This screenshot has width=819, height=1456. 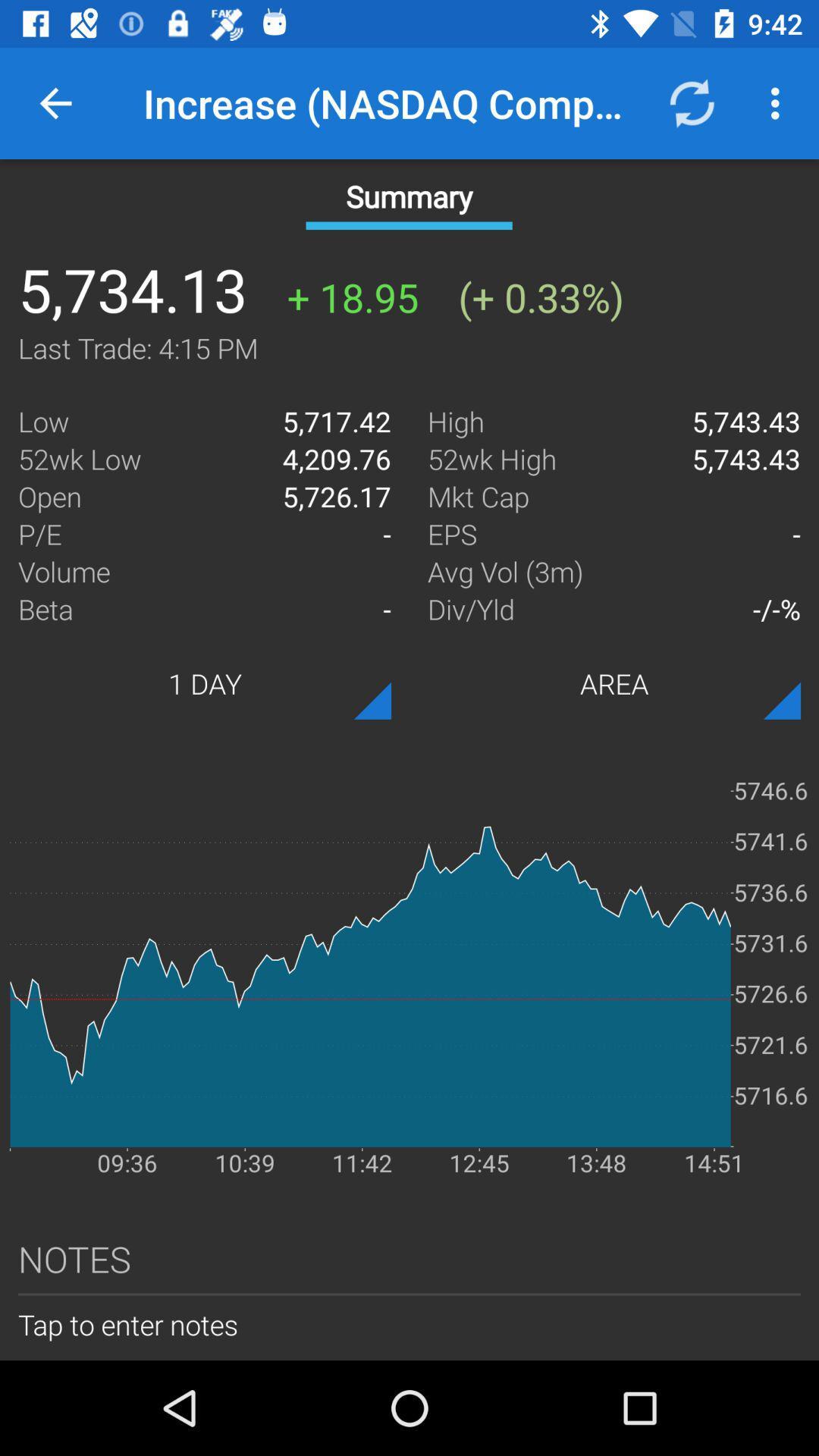 I want to click on item next to increase (nasdaq composite) item, so click(x=691, y=102).